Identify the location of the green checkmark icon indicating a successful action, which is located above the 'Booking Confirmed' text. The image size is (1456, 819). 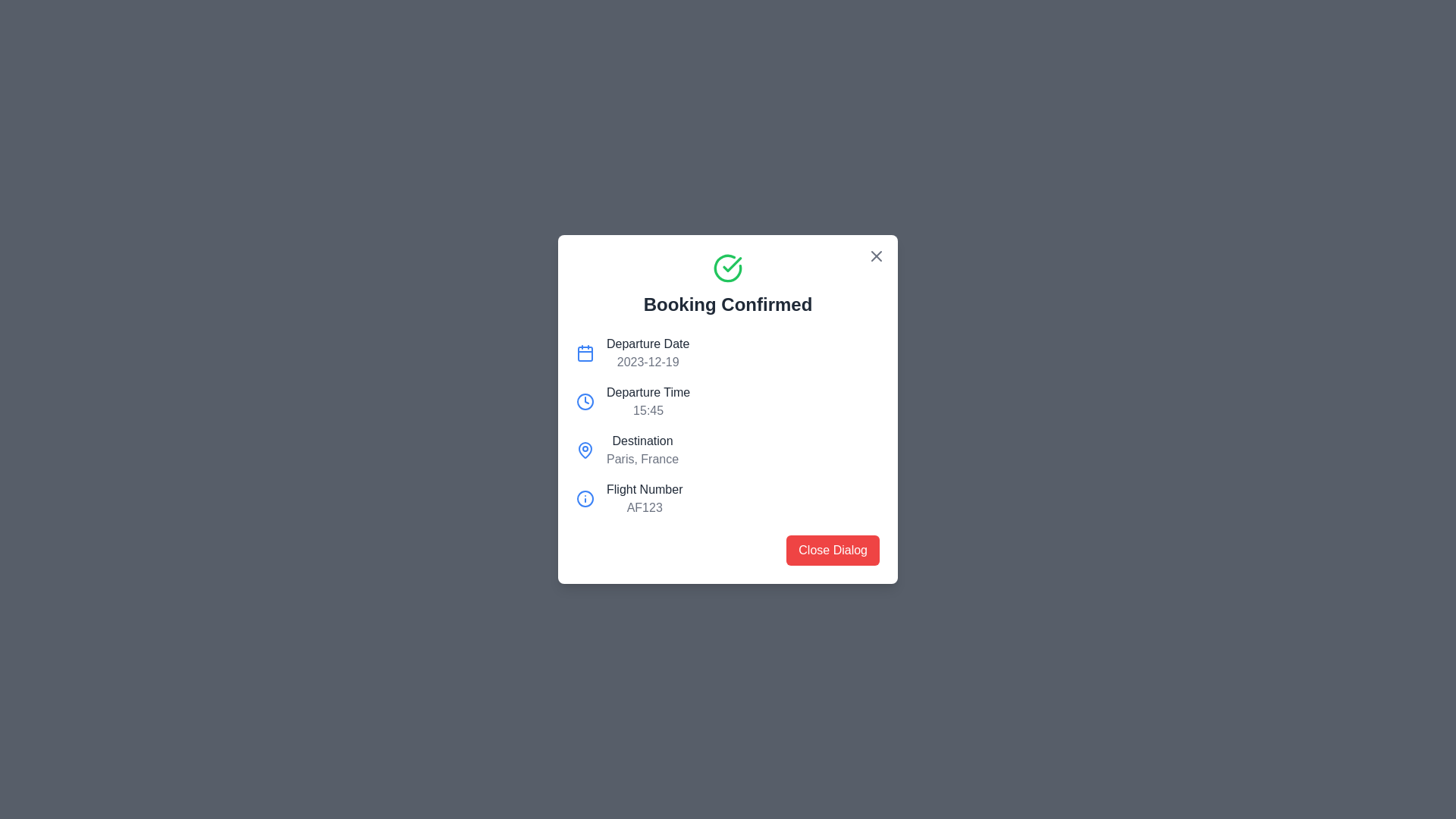
(732, 263).